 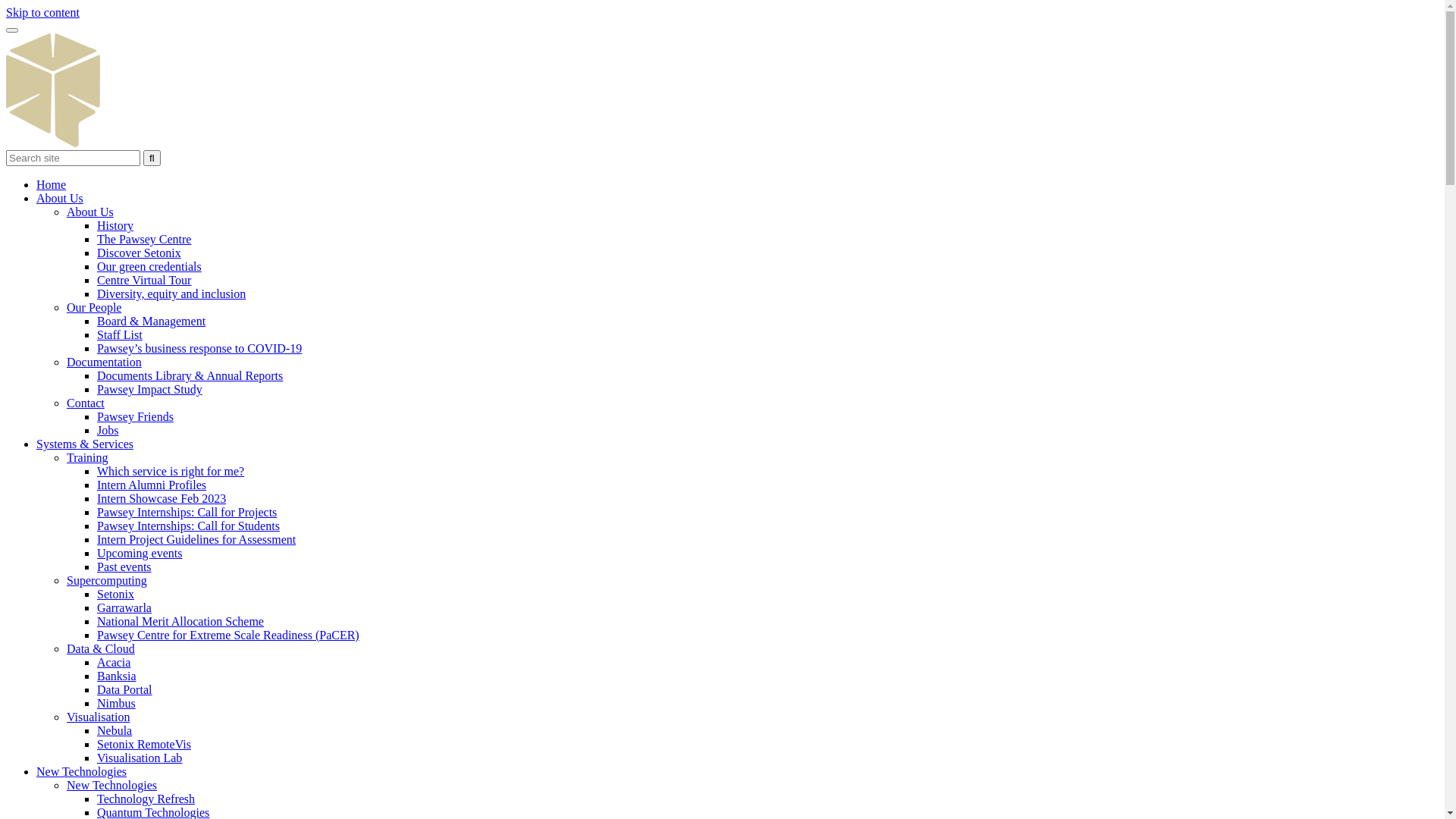 What do you see at coordinates (139, 758) in the screenshot?
I see `'Visualisation Lab'` at bounding box center [139, 758].